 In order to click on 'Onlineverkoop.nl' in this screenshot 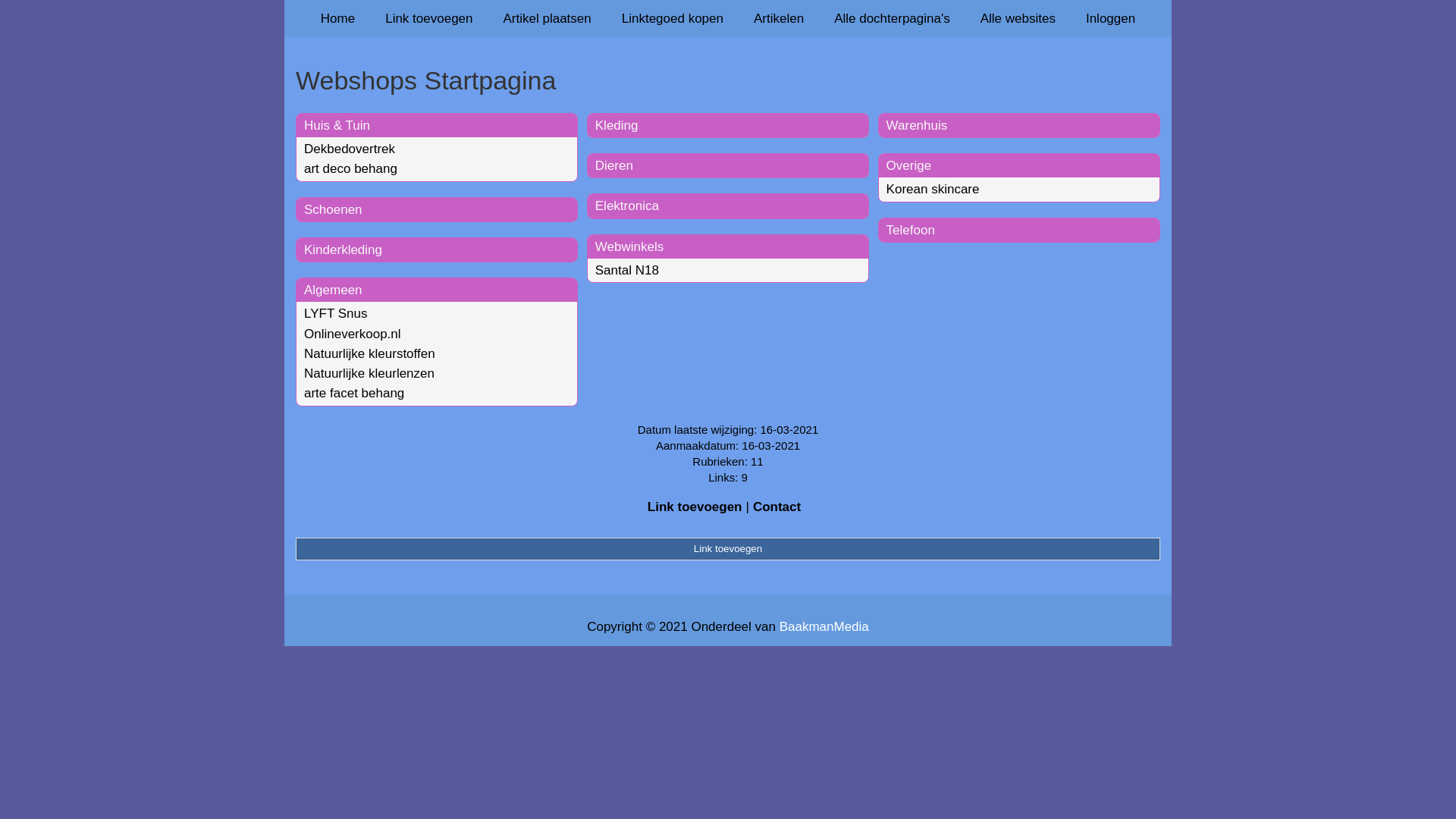, I will do `click(352, 333)`.